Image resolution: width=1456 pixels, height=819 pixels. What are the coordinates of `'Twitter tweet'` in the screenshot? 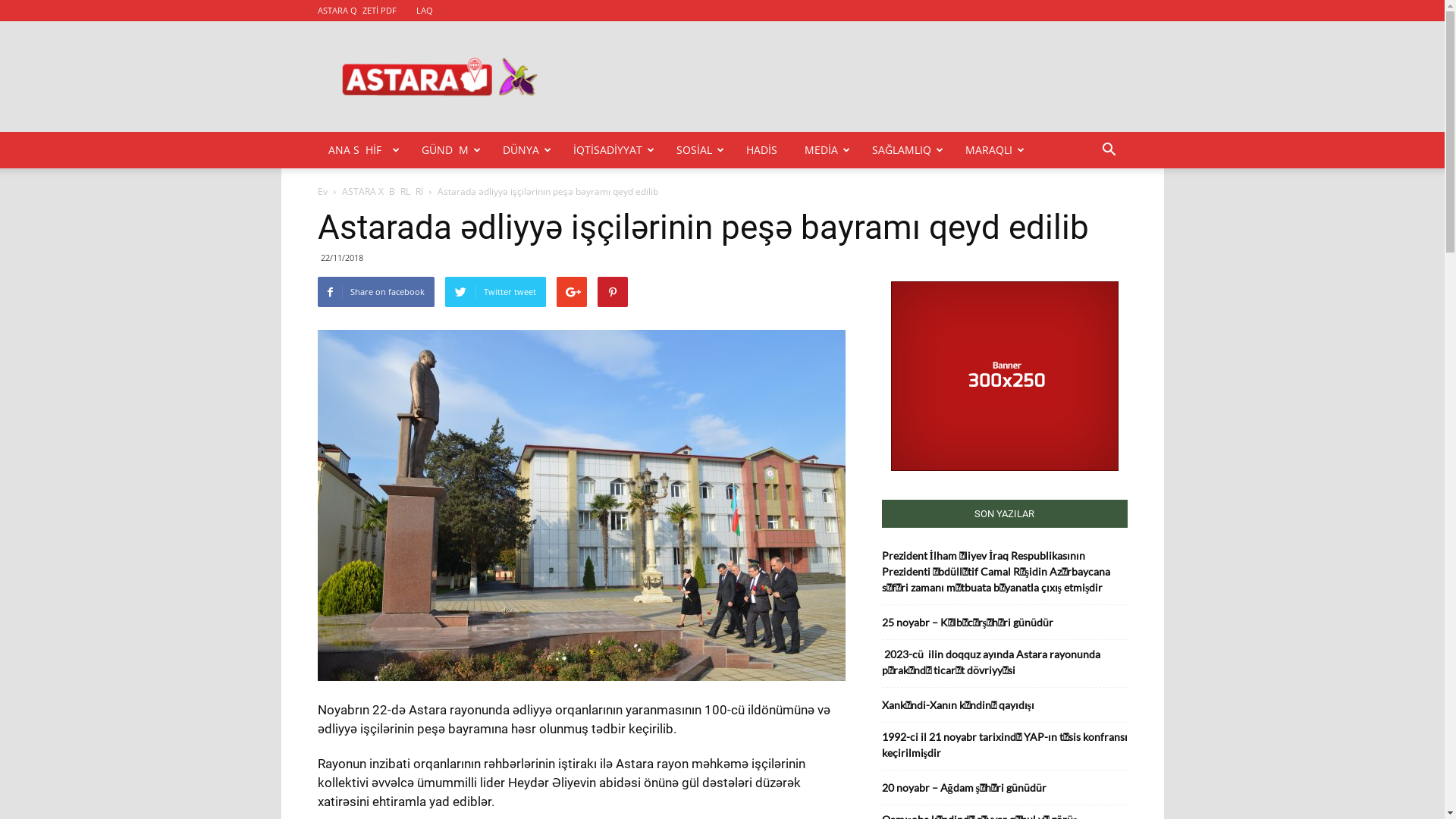 It's located at (494, 292).